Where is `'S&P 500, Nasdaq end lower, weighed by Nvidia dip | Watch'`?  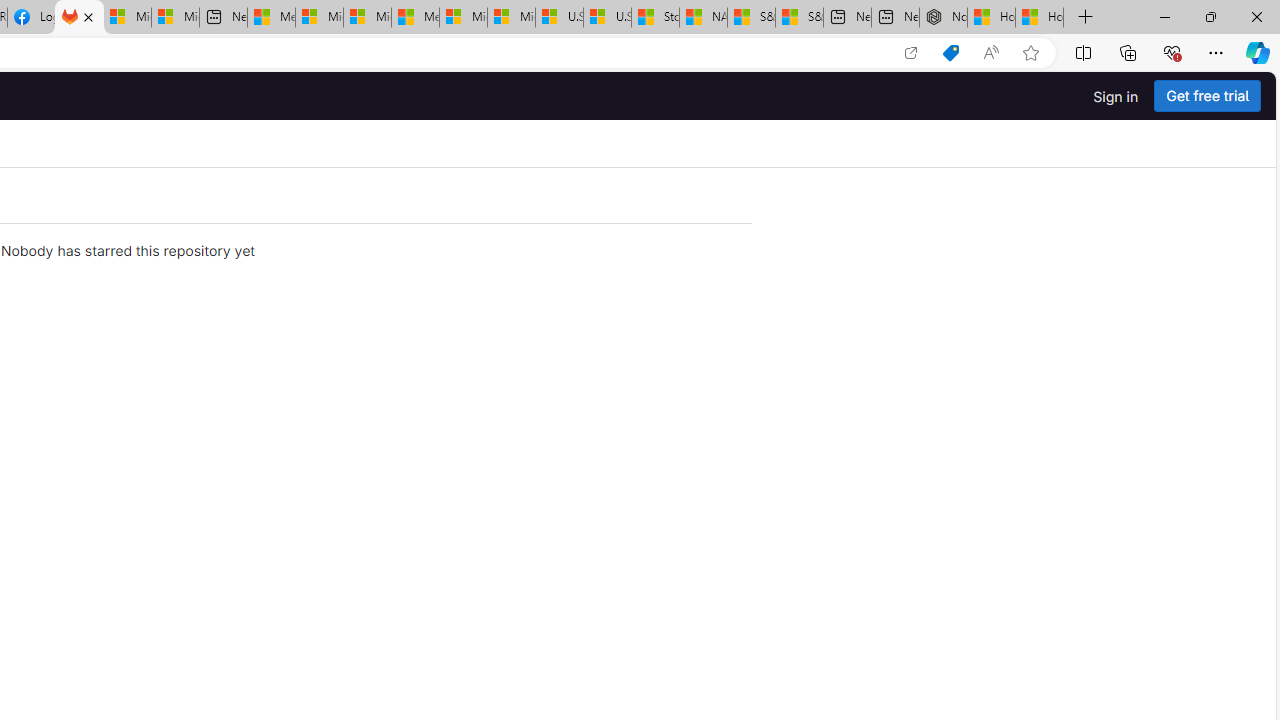
'S&P 500, Nasdaq end lower, weighed by Nvidia dip | Watch' is located at coordinates (798, 17).